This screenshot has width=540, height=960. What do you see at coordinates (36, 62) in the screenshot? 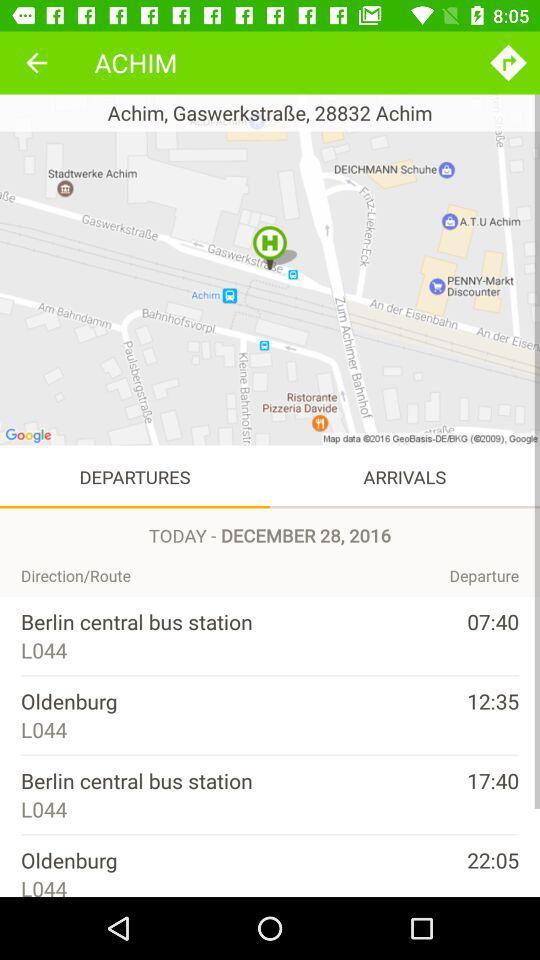
I see `the item next to the achim item` at bounding box center [36, 62].